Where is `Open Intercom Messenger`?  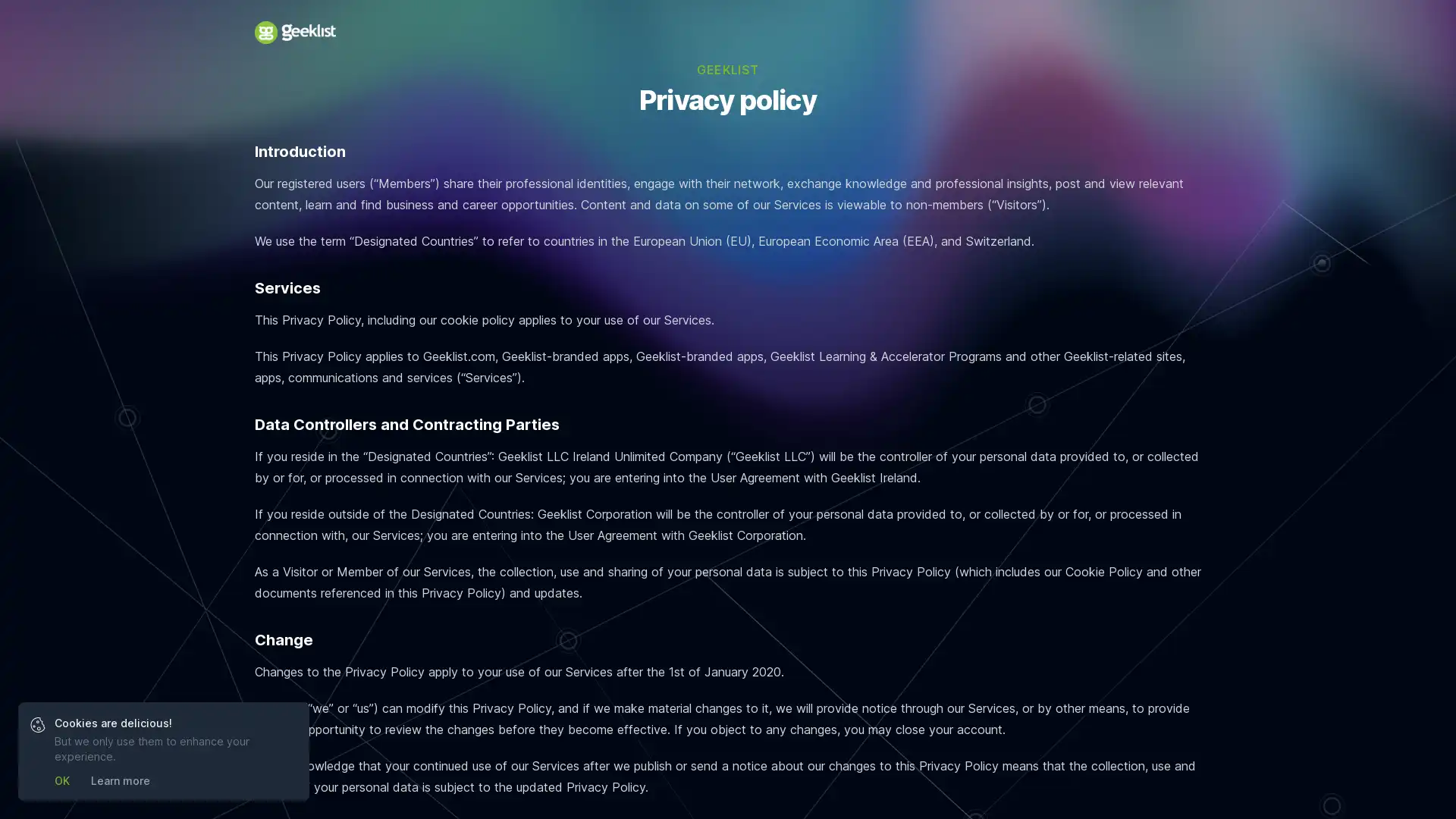
Open Intercom Messenger is located at coordinates (1417, 780).